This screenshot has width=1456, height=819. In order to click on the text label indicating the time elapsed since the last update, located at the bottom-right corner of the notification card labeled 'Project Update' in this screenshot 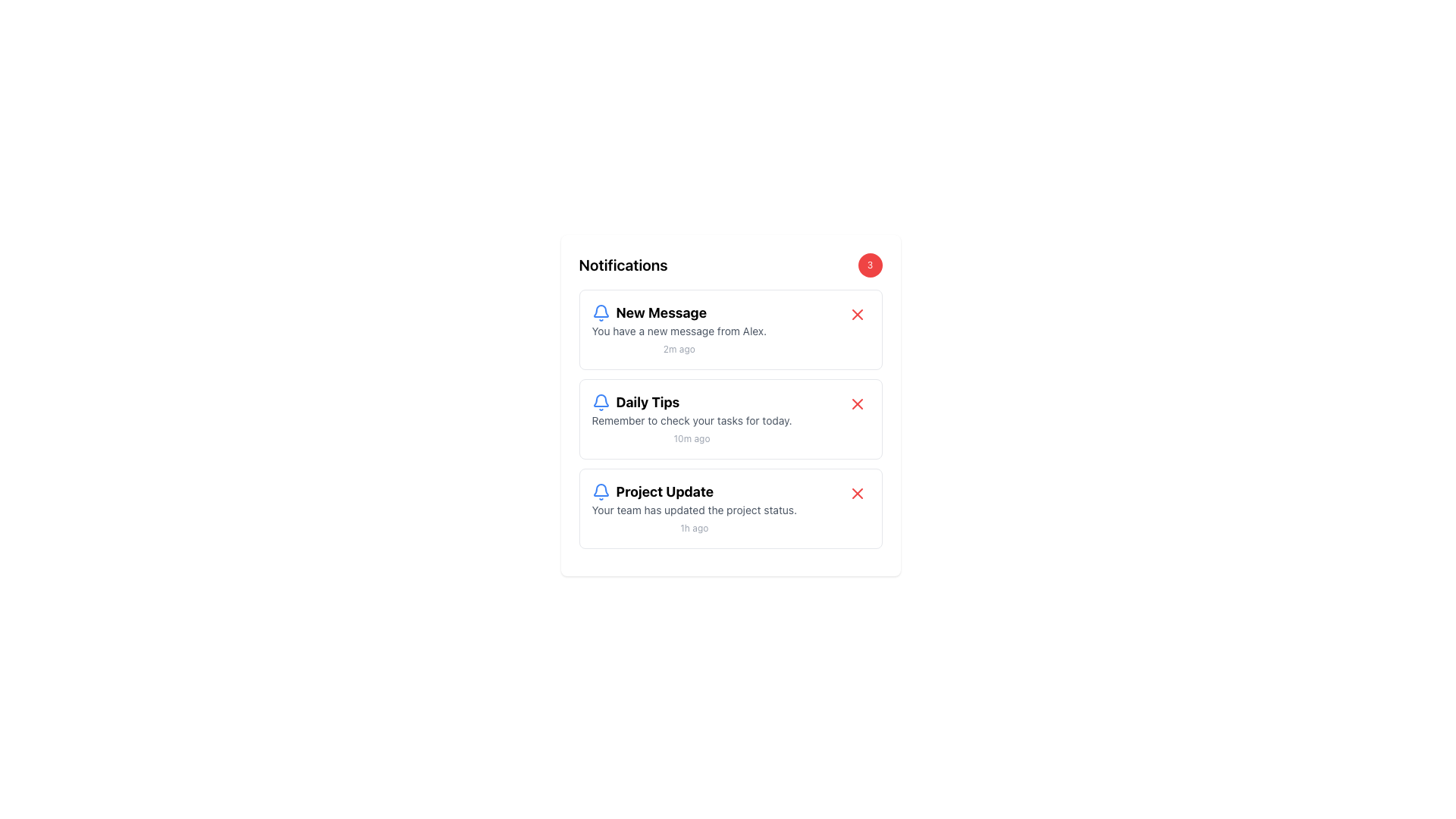, I will do `click(693, 527)`.